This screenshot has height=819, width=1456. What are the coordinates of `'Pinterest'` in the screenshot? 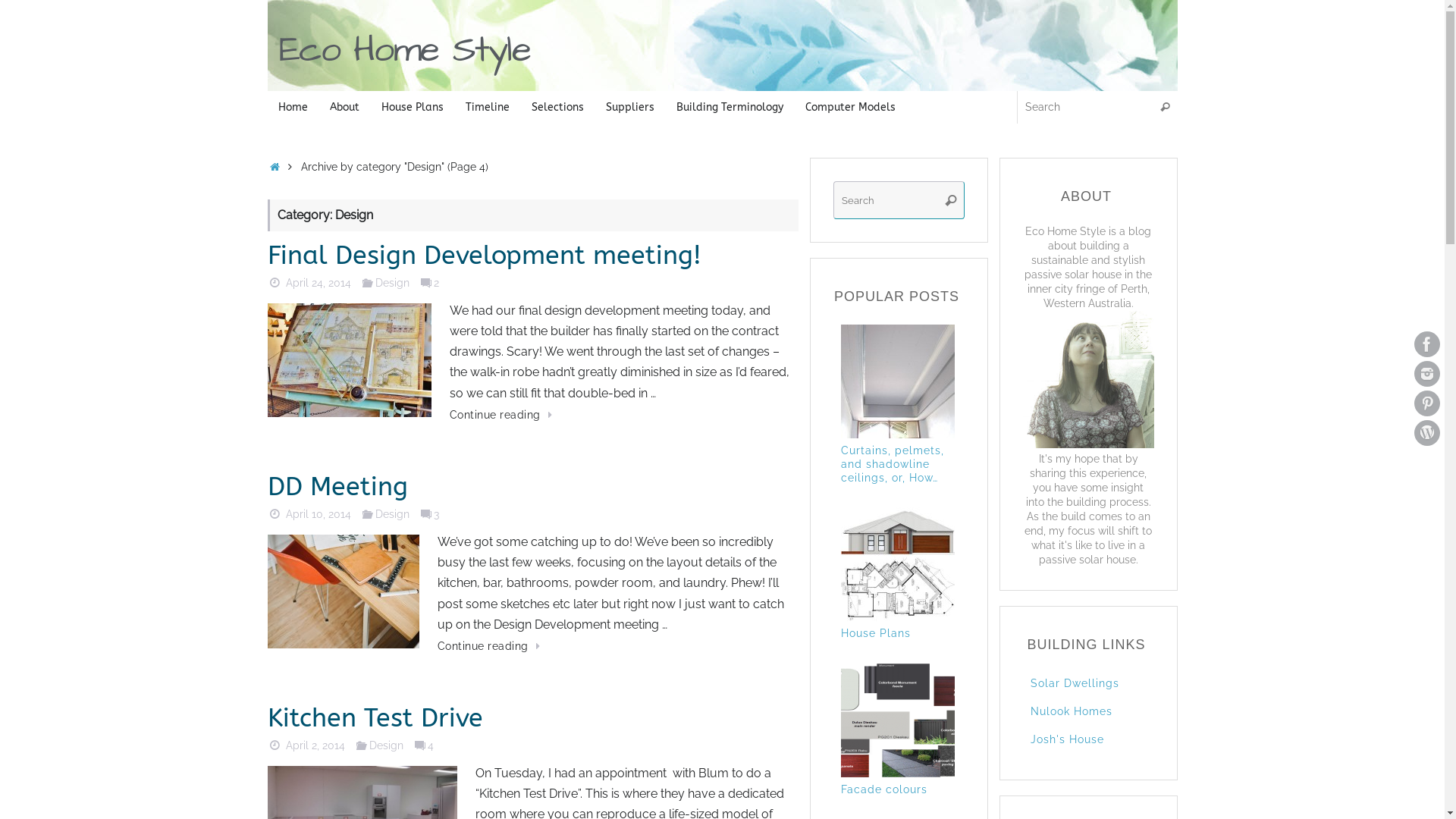 It's located at (1414, 403).